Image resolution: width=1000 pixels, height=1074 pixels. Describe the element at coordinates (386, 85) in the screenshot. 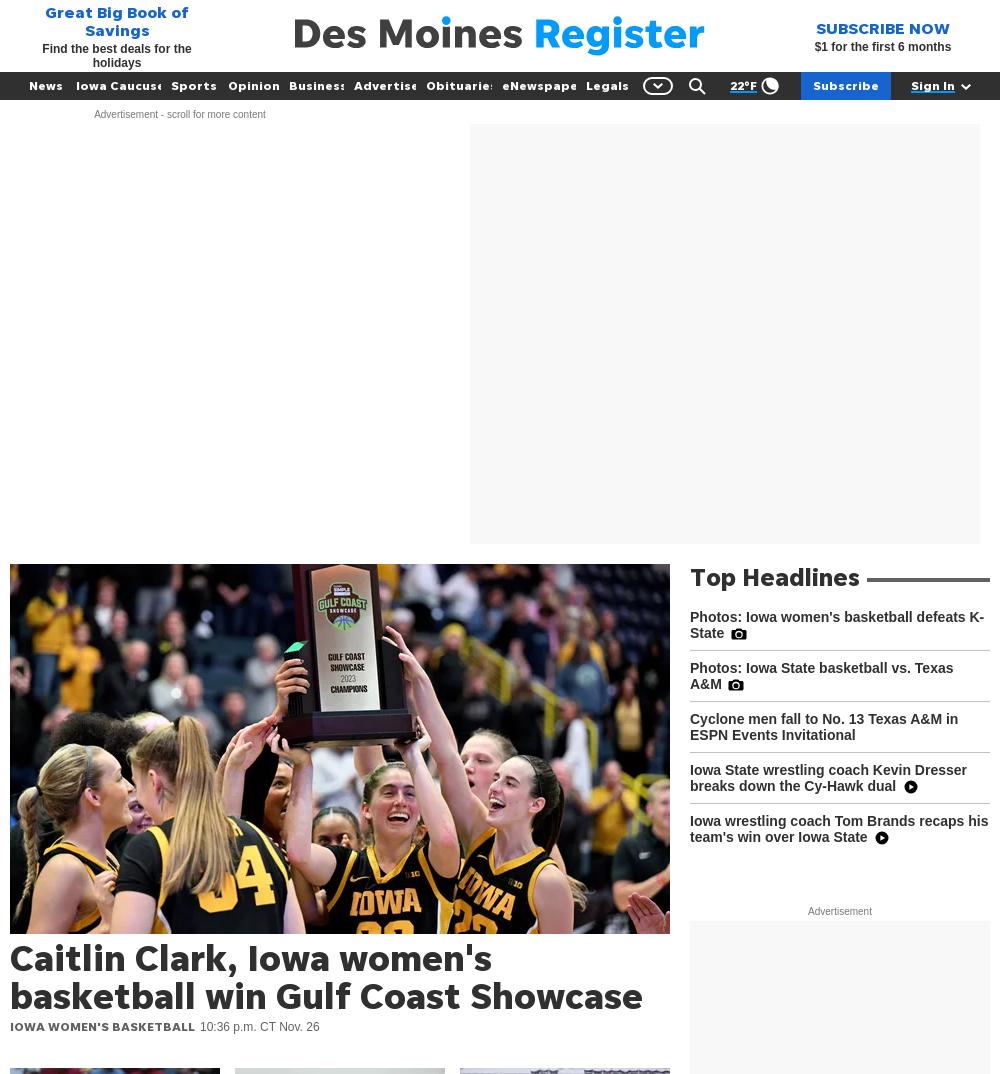

I see `'Advertise'` at that location.